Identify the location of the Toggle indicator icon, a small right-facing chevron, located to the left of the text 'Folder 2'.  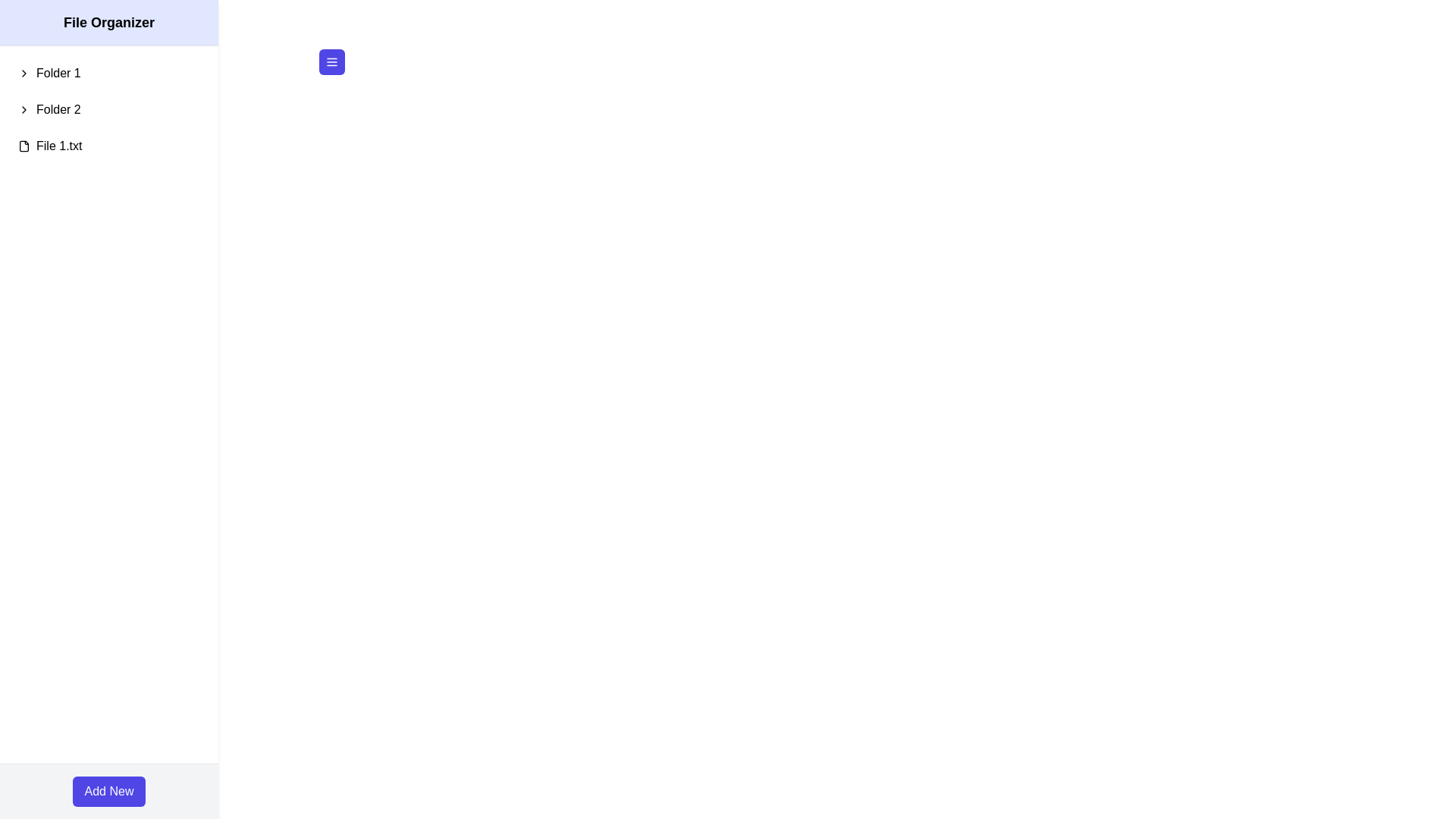
(24, 109).